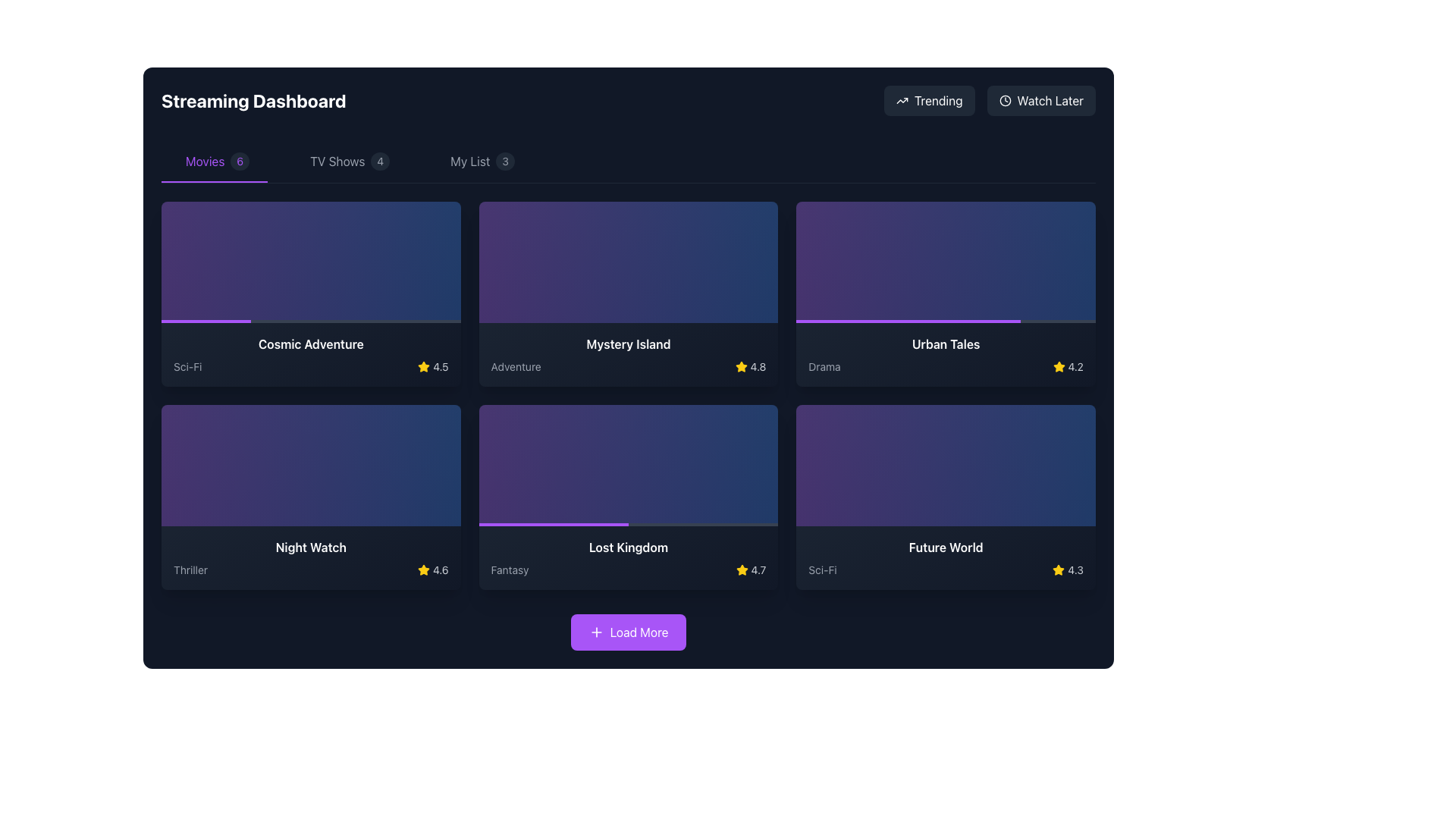 Image resolution: width=1456 pixels, height=819 pixels. What do you see at coordinates (629, 262) in the screenshot?
I see `the visual banner section with a purple and blue gradient, which is the upper section of the 'Mystery Island' card located in the Movies section` at bounding box center [629, 262].